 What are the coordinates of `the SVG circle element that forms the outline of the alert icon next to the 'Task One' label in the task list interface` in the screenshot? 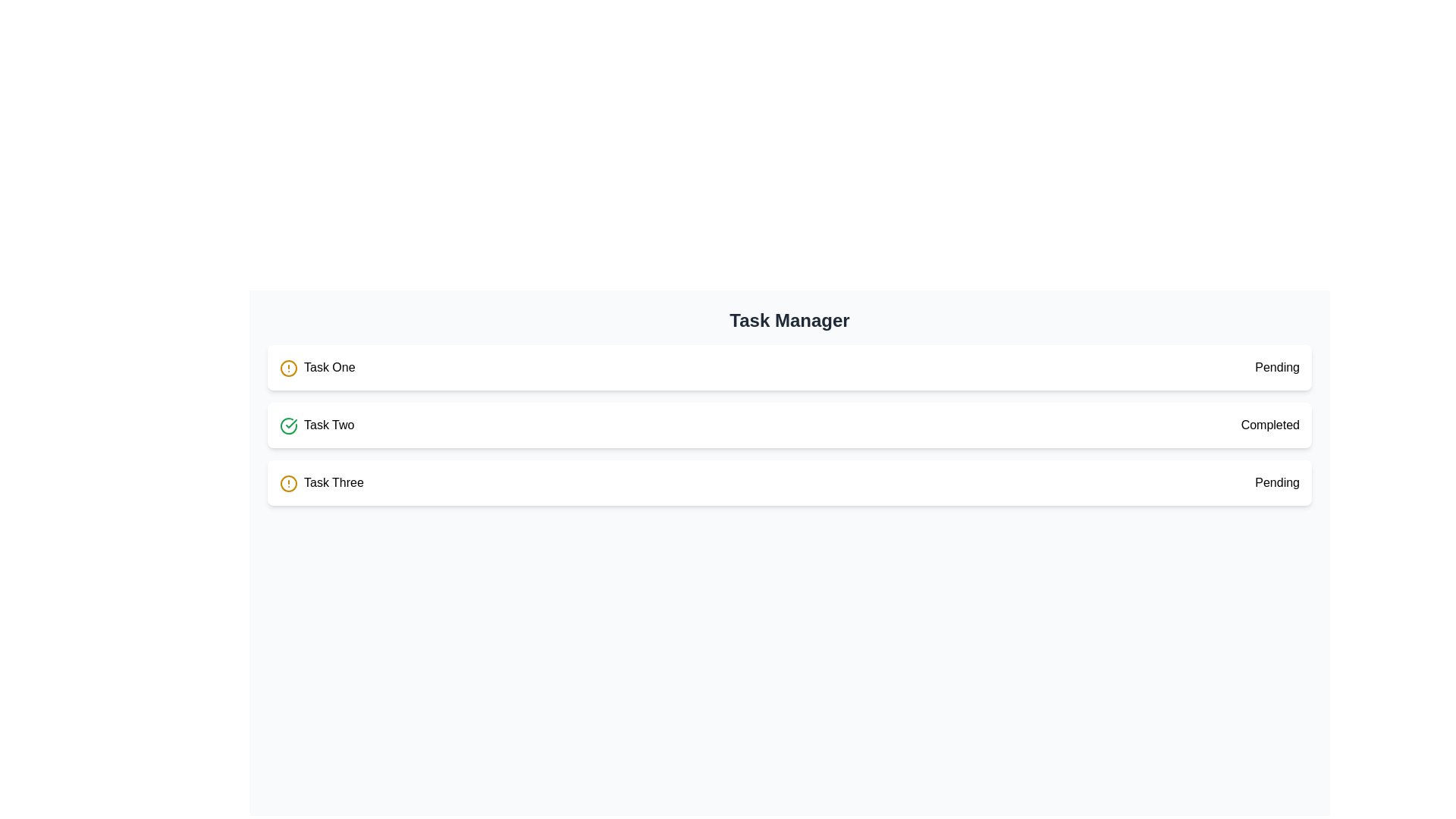 It's located at (288, 369).